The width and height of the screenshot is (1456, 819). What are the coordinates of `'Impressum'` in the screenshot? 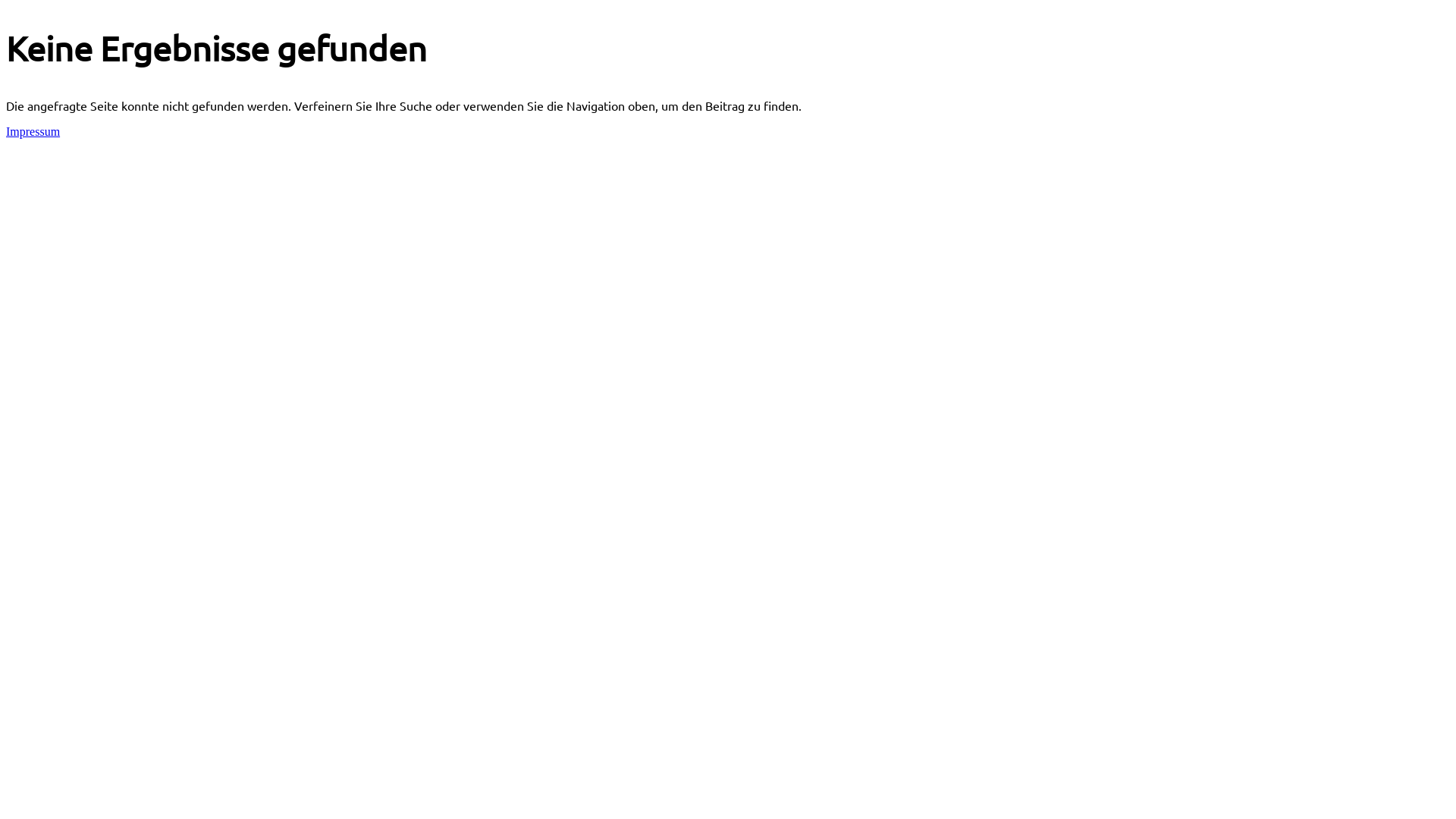 It's located at (6, 130).